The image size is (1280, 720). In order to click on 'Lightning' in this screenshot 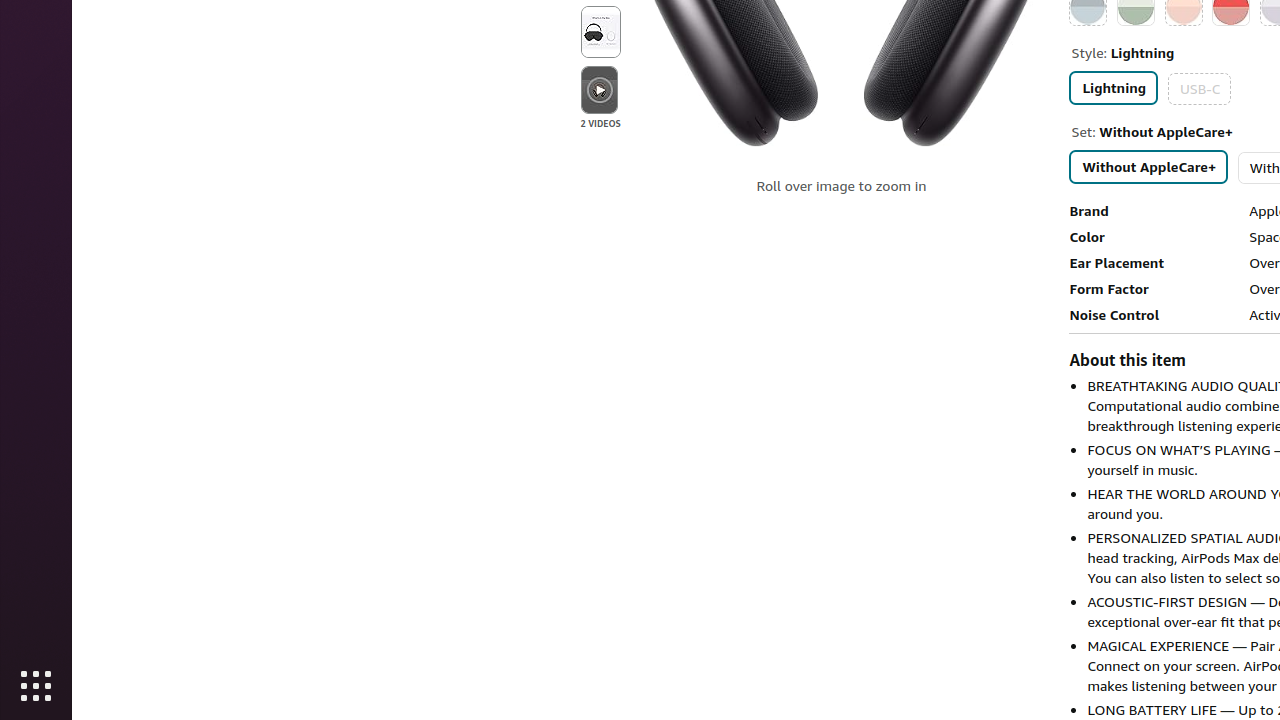, I will do `click(1112, 86)`.